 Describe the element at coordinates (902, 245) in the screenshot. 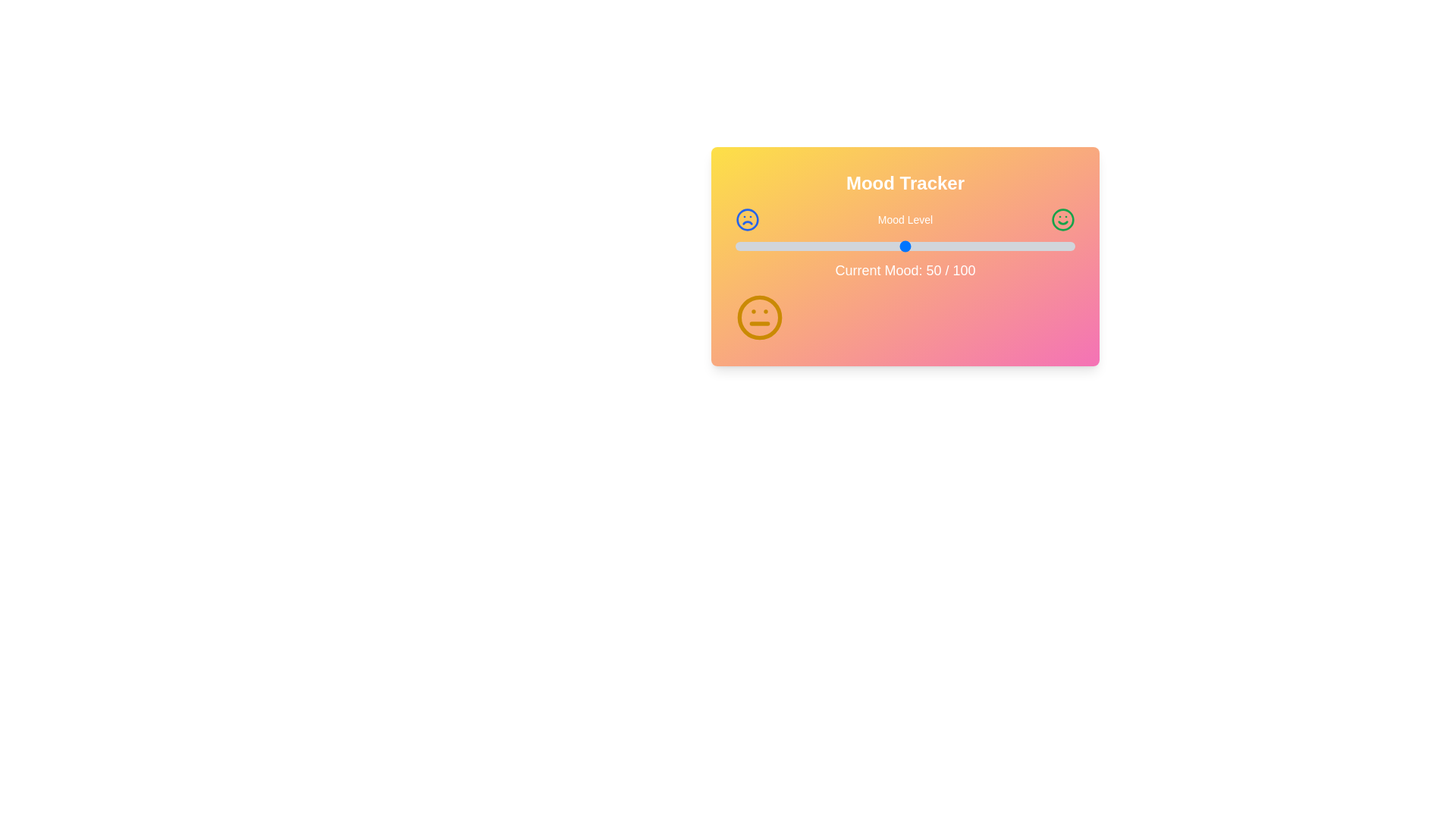

I see `the mood level slider to 49 where mood_level is a percentage between 0 and 100` at that location.